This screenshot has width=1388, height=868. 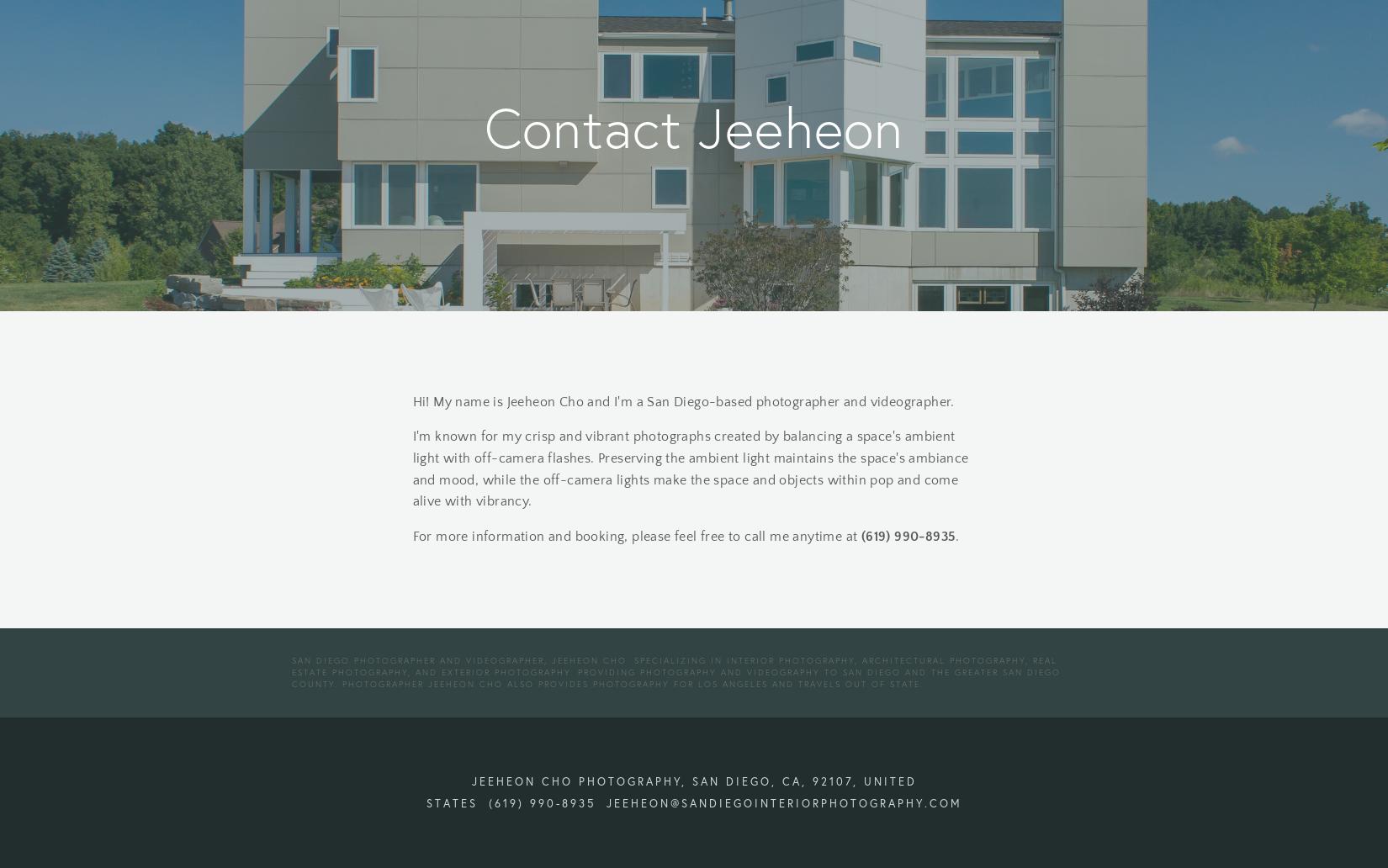 I want to click on 'I'm known for my crisp and vibrant photographs created by balancing a space's ambient light with off-camera flashes. Preserving the ambient light maintains the space's ambiance and mood, while the off-camera lights make the space and objects within pop and come alive with vibrancy.', so click(x=691, y=468).